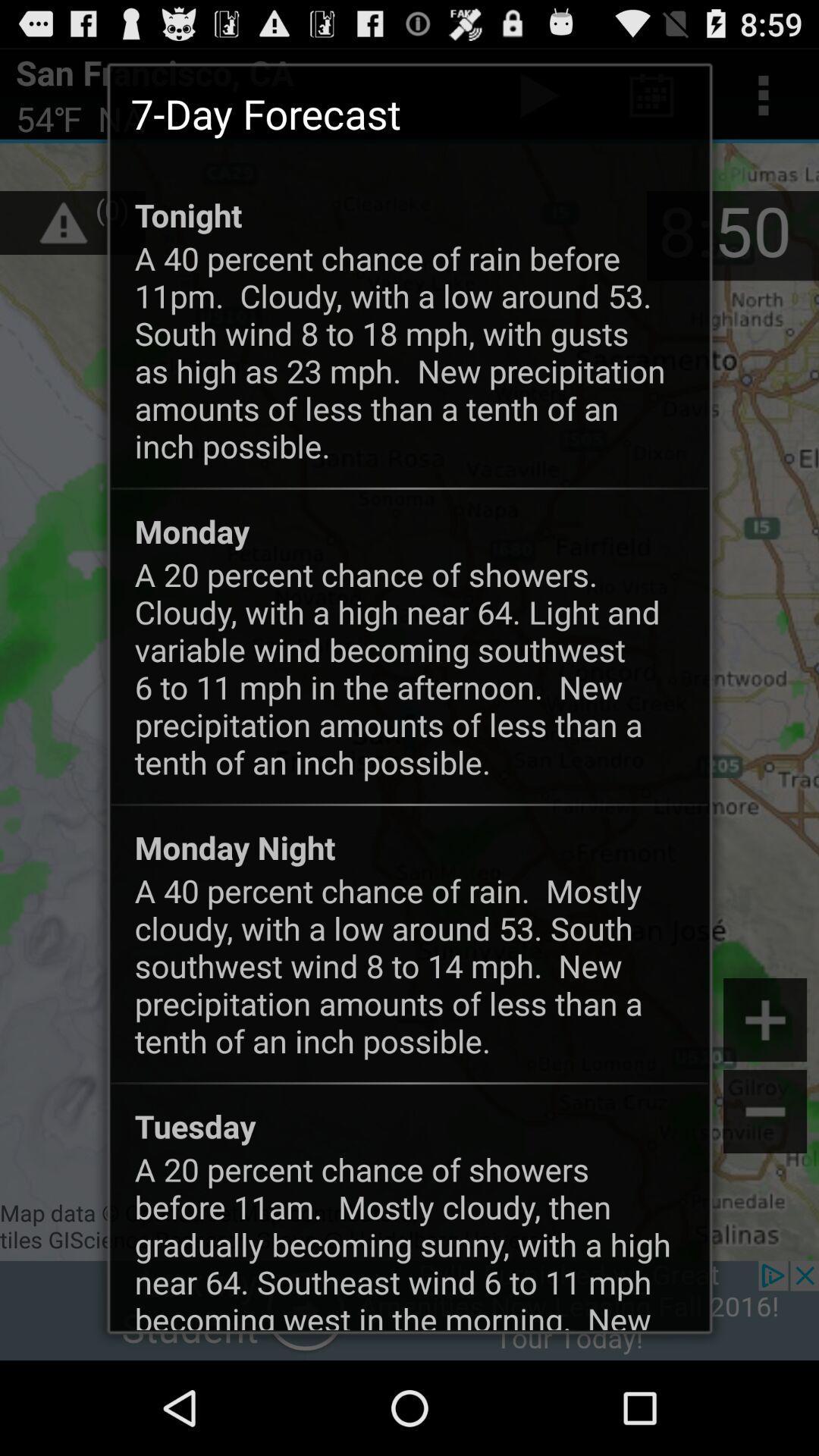 This screenshot has width=819, height=1456. What do you see at coordinates (235, 846) in the screenshot?
I see `monday night app` at bounding box center [235, 846].